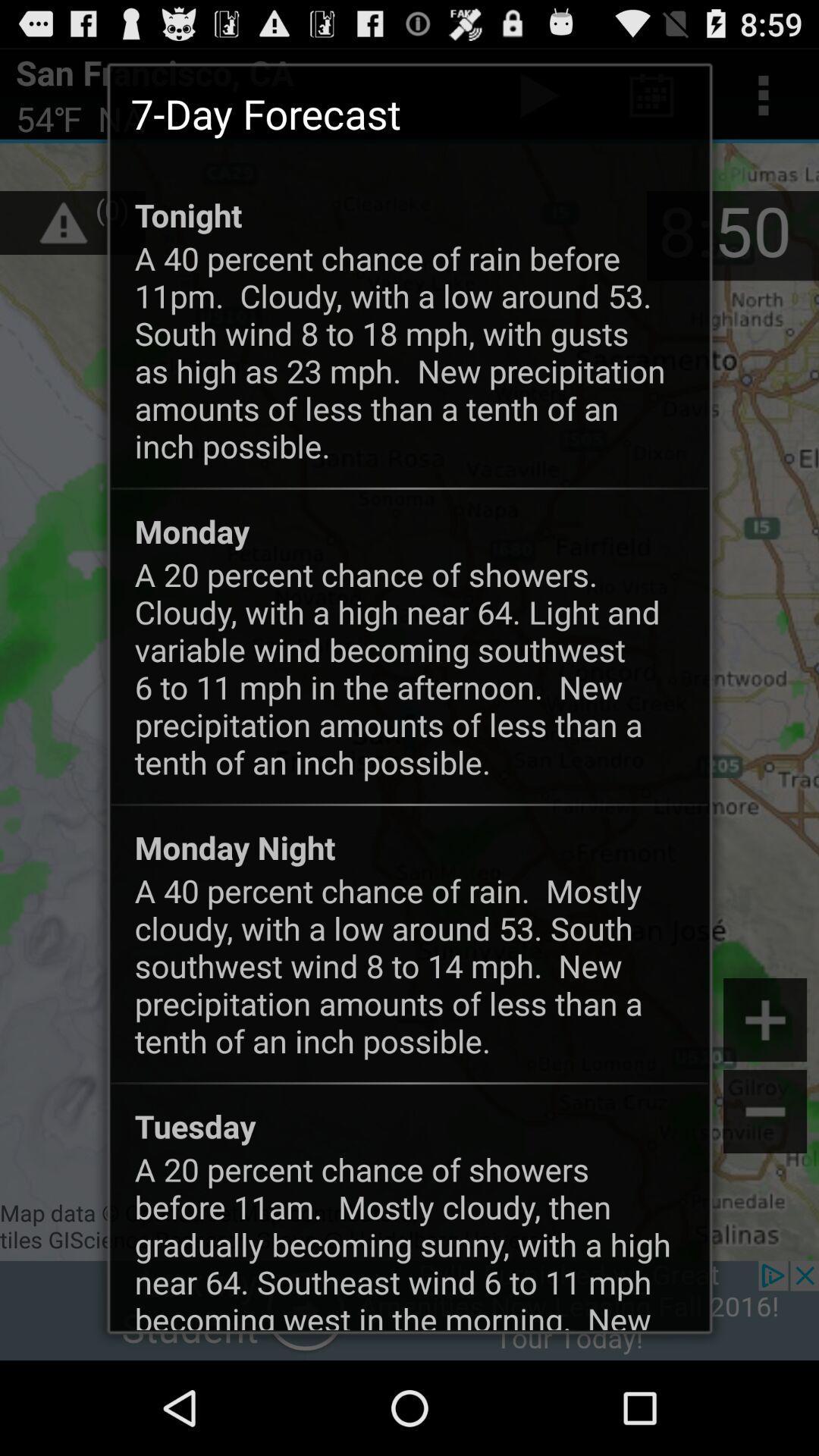 This screenshot has width=819, height=1456. What do you see at coordinates (235, 846) in the screenshot?
I see `monday night app` at bounding box center [235, 846].